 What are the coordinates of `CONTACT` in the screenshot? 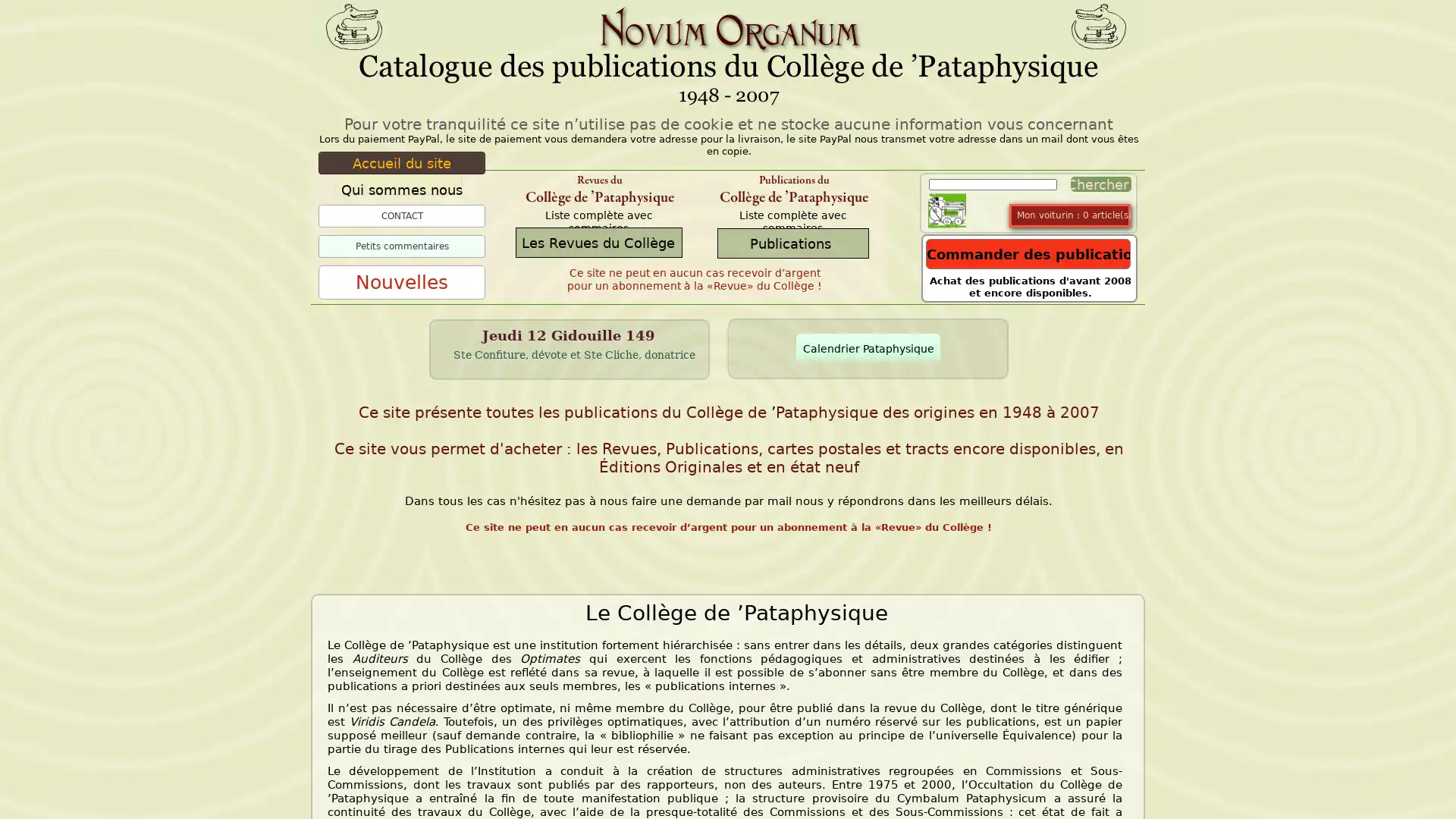 It's located at (401, 216).